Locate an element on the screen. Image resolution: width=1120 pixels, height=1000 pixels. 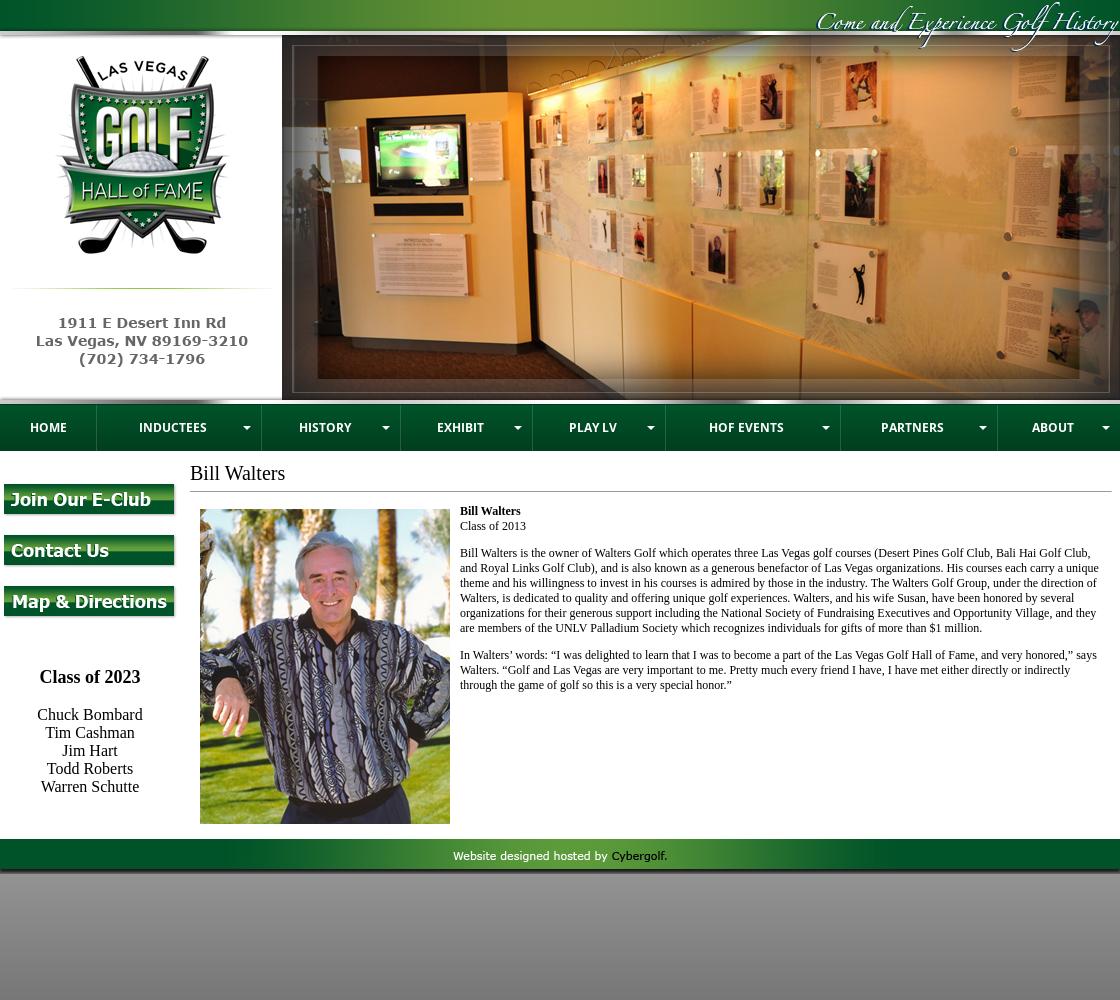
'Inductees' is located at coordinates (172, 426).